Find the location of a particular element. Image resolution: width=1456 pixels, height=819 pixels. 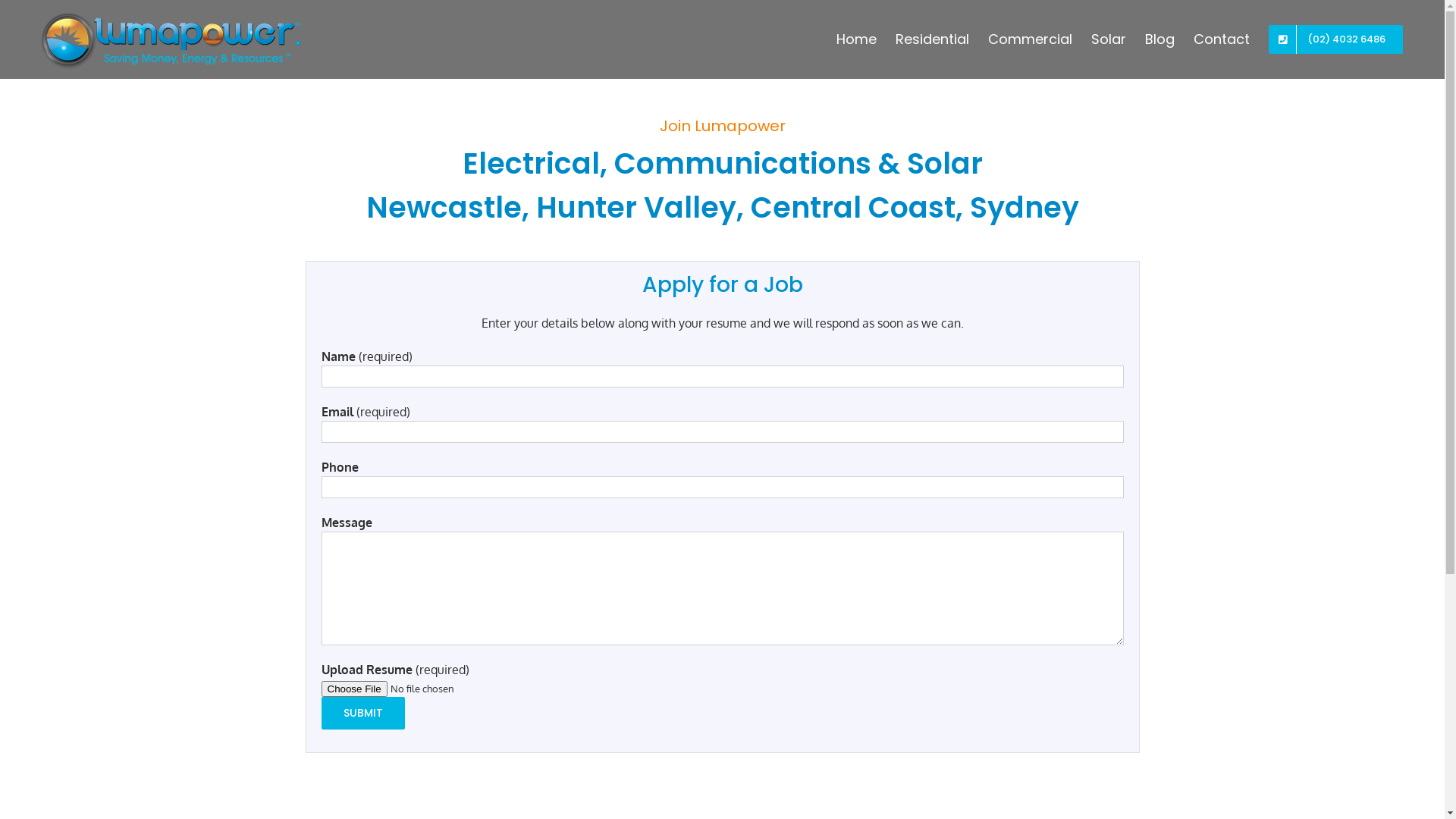

'Home' is located at coordinates (836, 38).